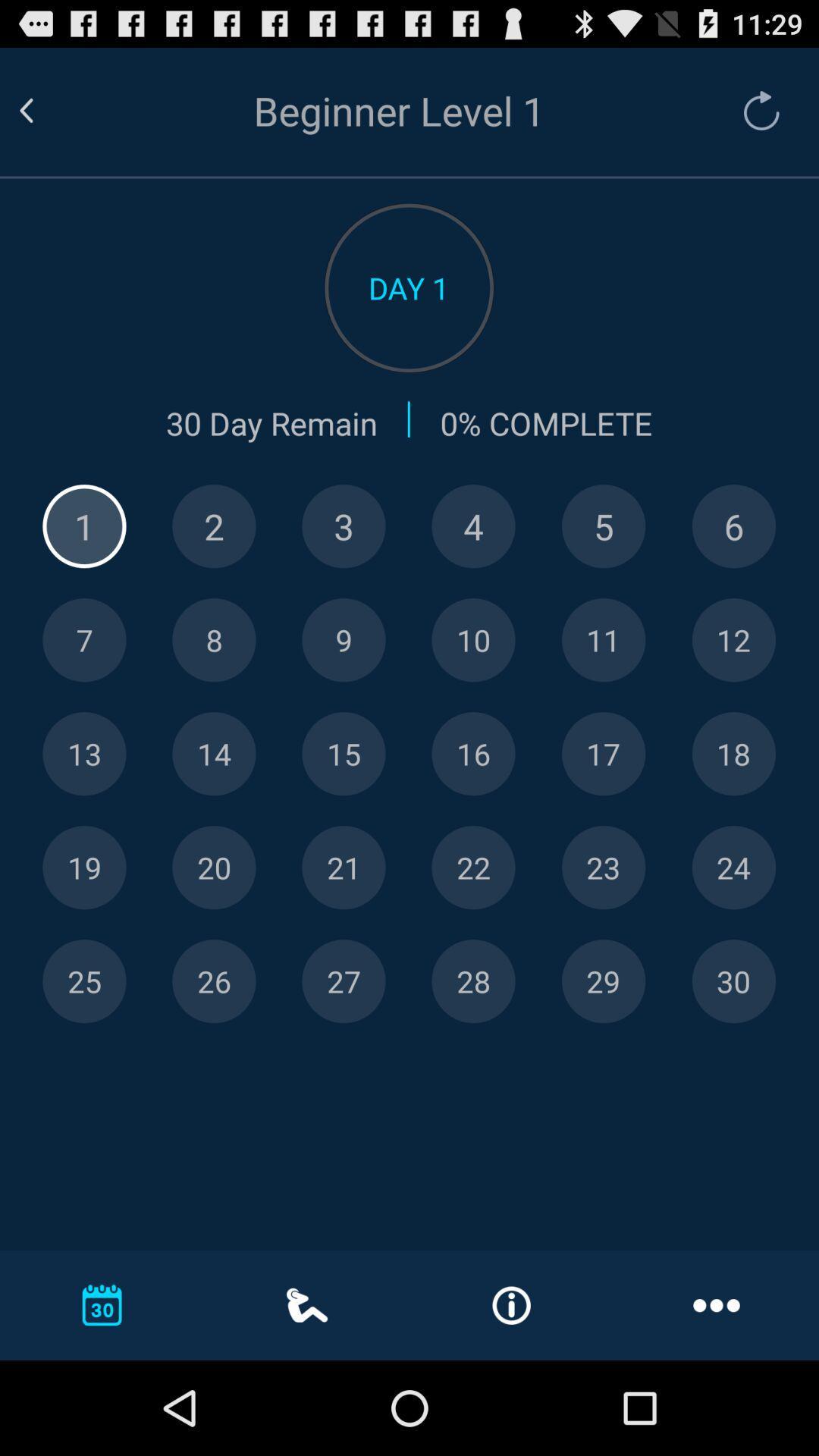  Describe the element at coordinates (214, 562) in the screenshot. I see `the help icon` at that location.